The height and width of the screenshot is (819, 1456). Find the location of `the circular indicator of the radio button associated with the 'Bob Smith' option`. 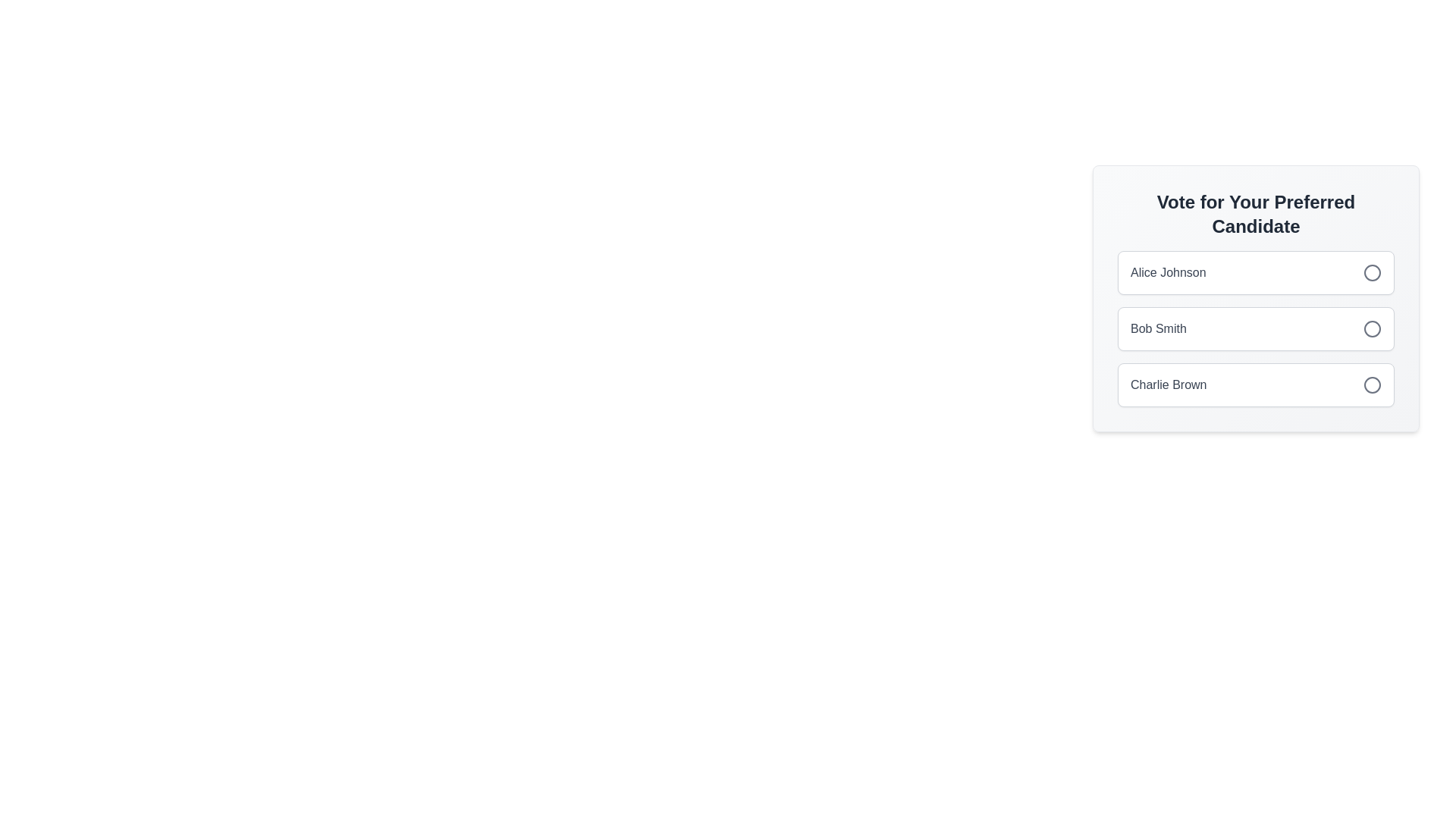

the circular indicator of the radio button associated with the 'Bob Smith' option is located at coordinates (1372, 328).